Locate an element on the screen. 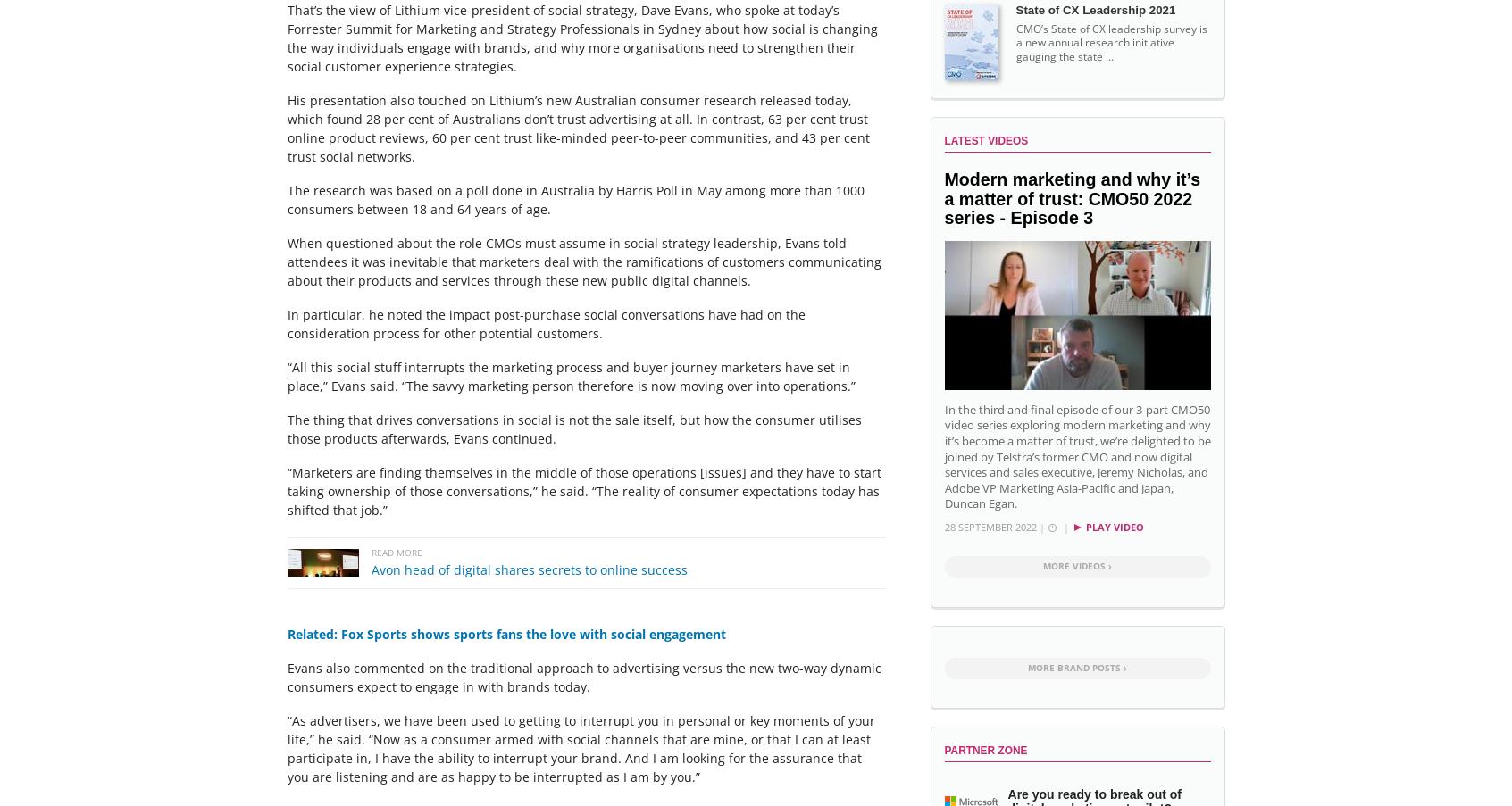  'Modern marketing and why it’s a matter of trust: CMO50 2022 series - Episode 3' is located at coordinates (1071, 198).